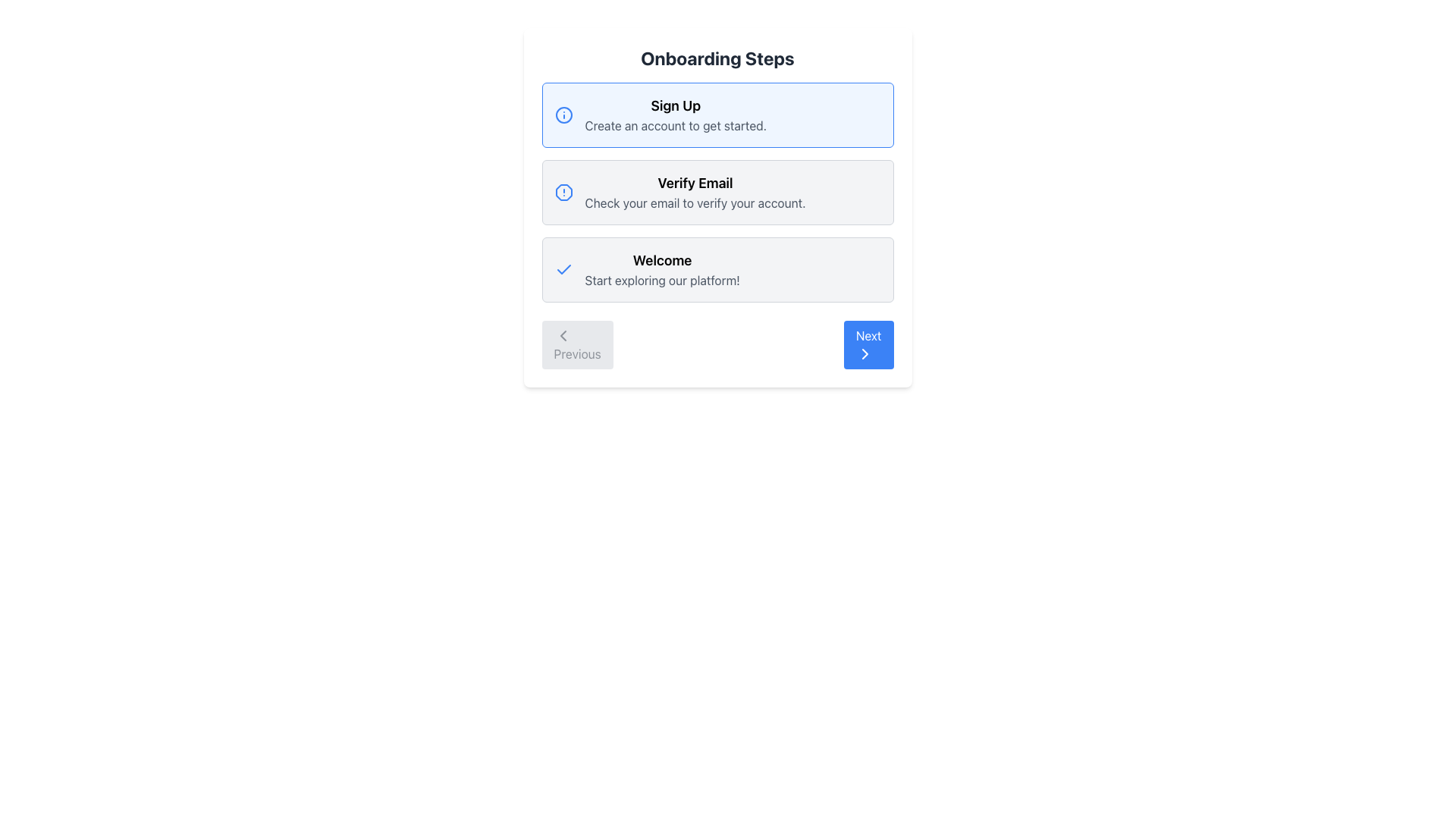 The height and width of the screenshot is (819, 1456). I want to click on the light blue rectangular section containing the 'Sign Up' heading and 'Create an account to get started.' subtext, which is the first section in a group of three, so click(717, 114).